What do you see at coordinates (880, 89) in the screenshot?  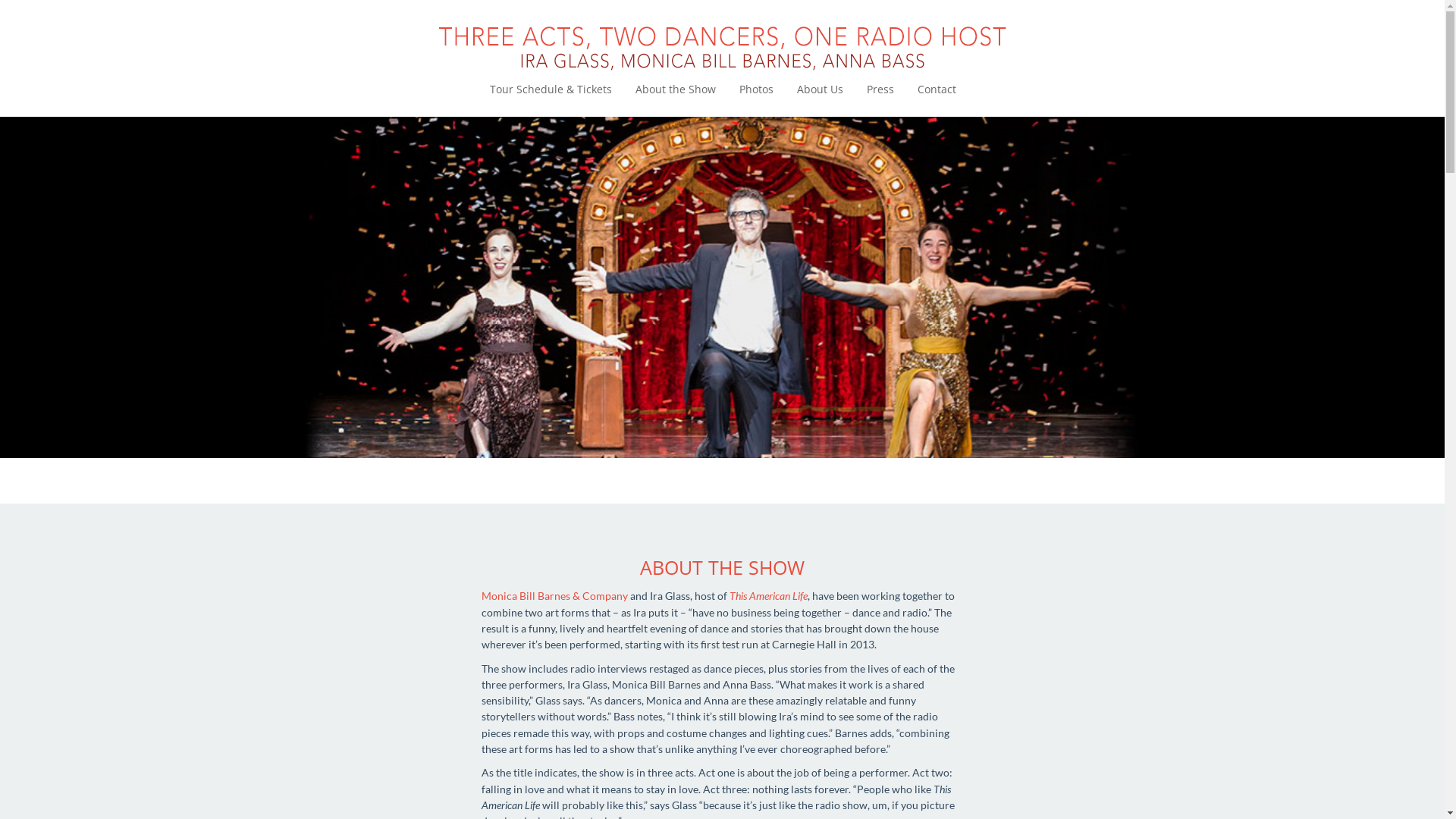 I see `'Press'` at bounding box center [880, 89].